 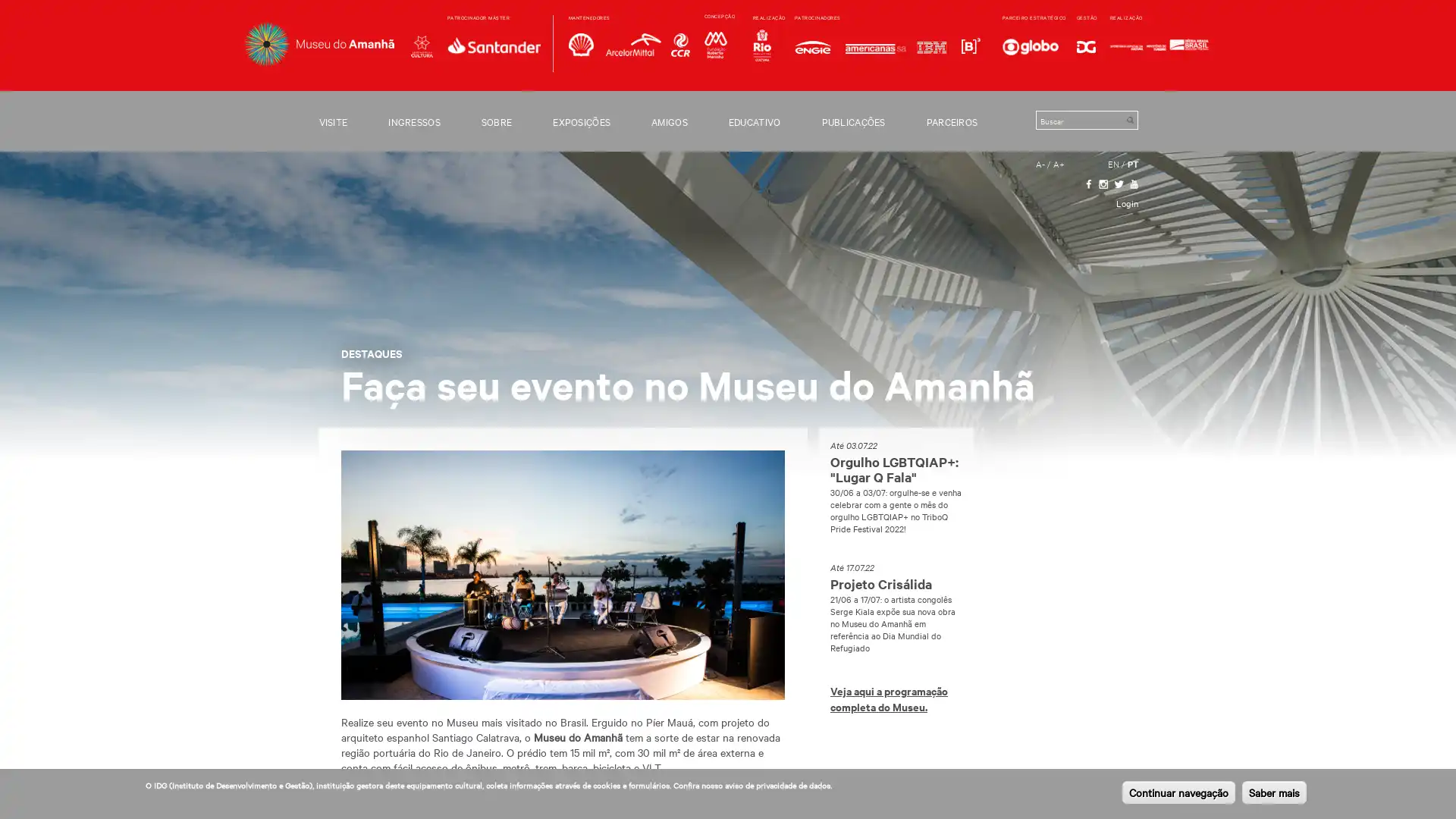 I want to click on Submit, so click(x=1129, y=119).